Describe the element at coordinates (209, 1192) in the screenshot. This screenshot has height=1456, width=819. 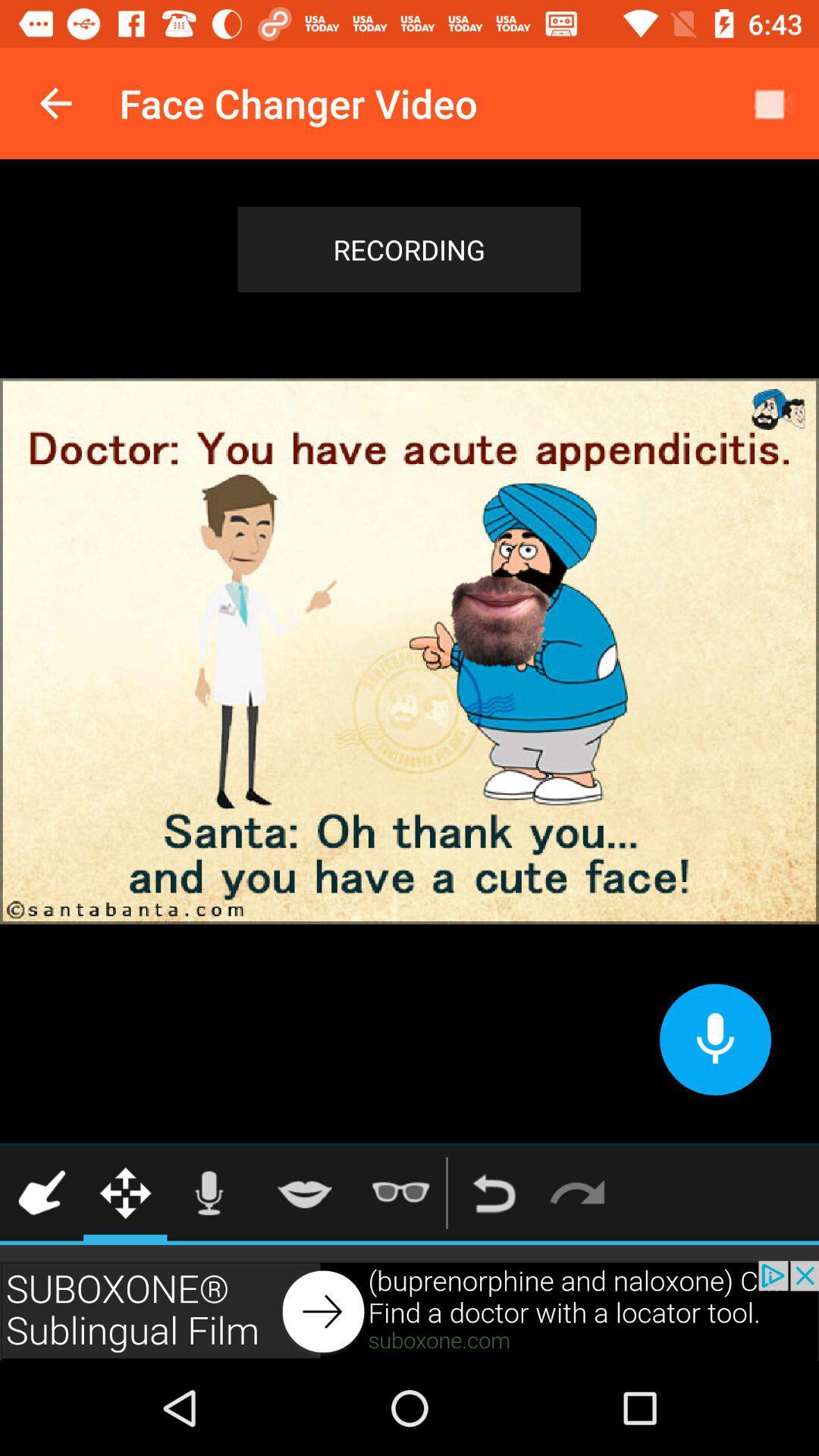
I see `the microphone icon` at that location.